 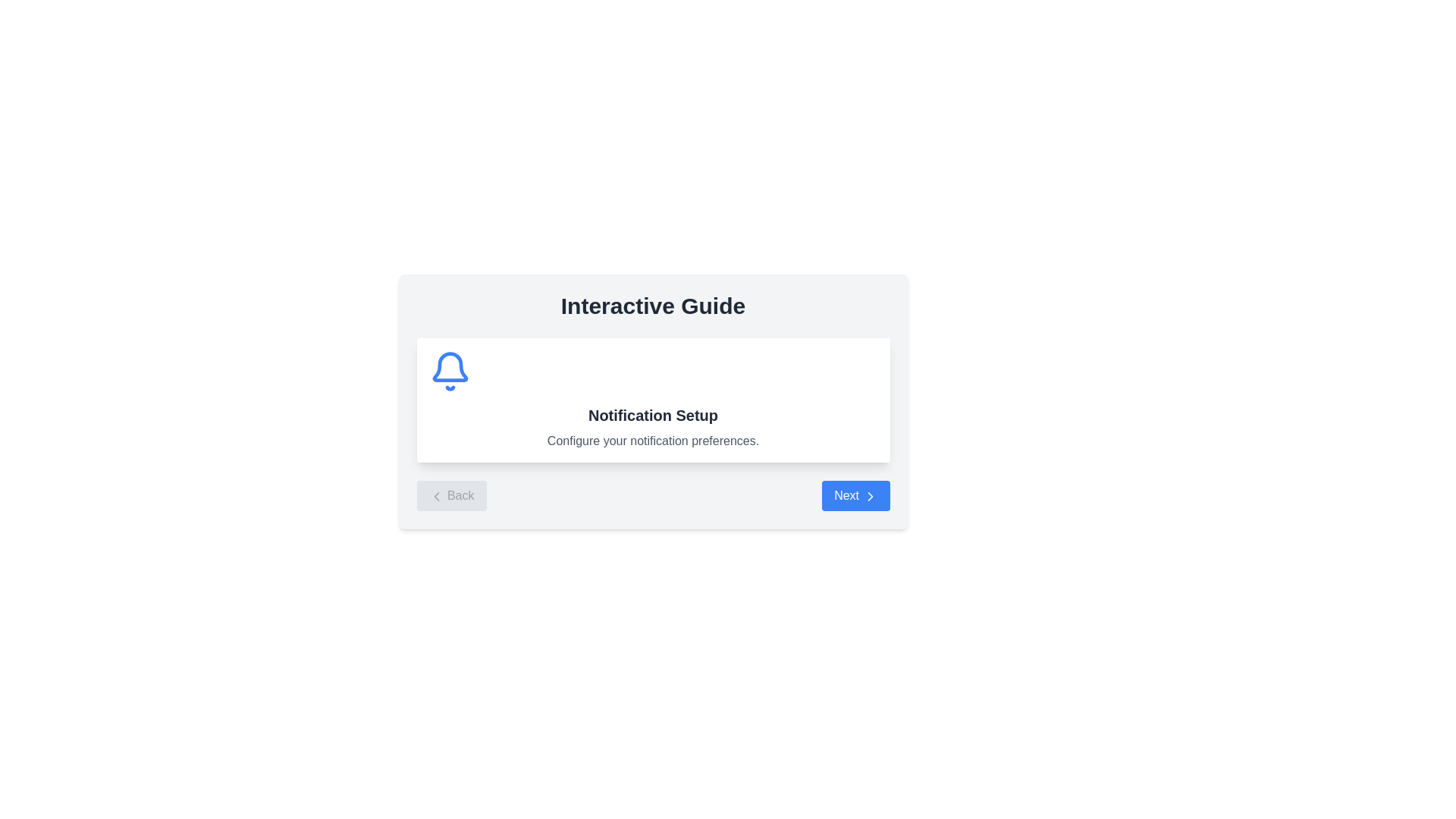 I want to click on the small right-chevron icon located at the right side of the blue 'Next' button in the bottom right corner of the modal interface, so click(x=870, y=496).